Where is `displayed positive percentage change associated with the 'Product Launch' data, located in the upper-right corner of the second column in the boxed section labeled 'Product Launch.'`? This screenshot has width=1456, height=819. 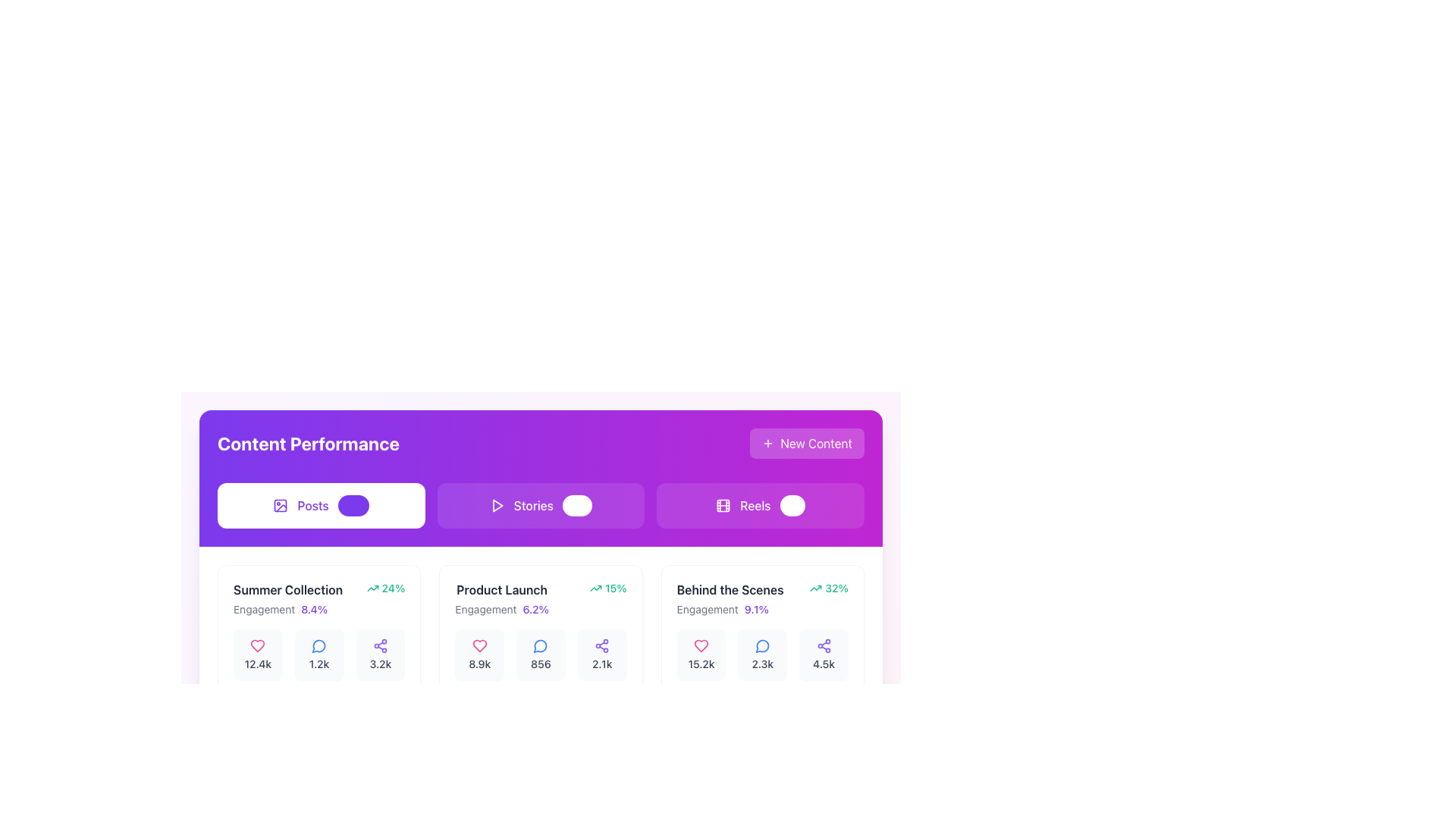 displayed positive percentage change associated with the 'Product Launch' data, located in the upper-right corner of the second column in the boxed section labeled 'Product Launch.' is located at coordinates (608, 587).